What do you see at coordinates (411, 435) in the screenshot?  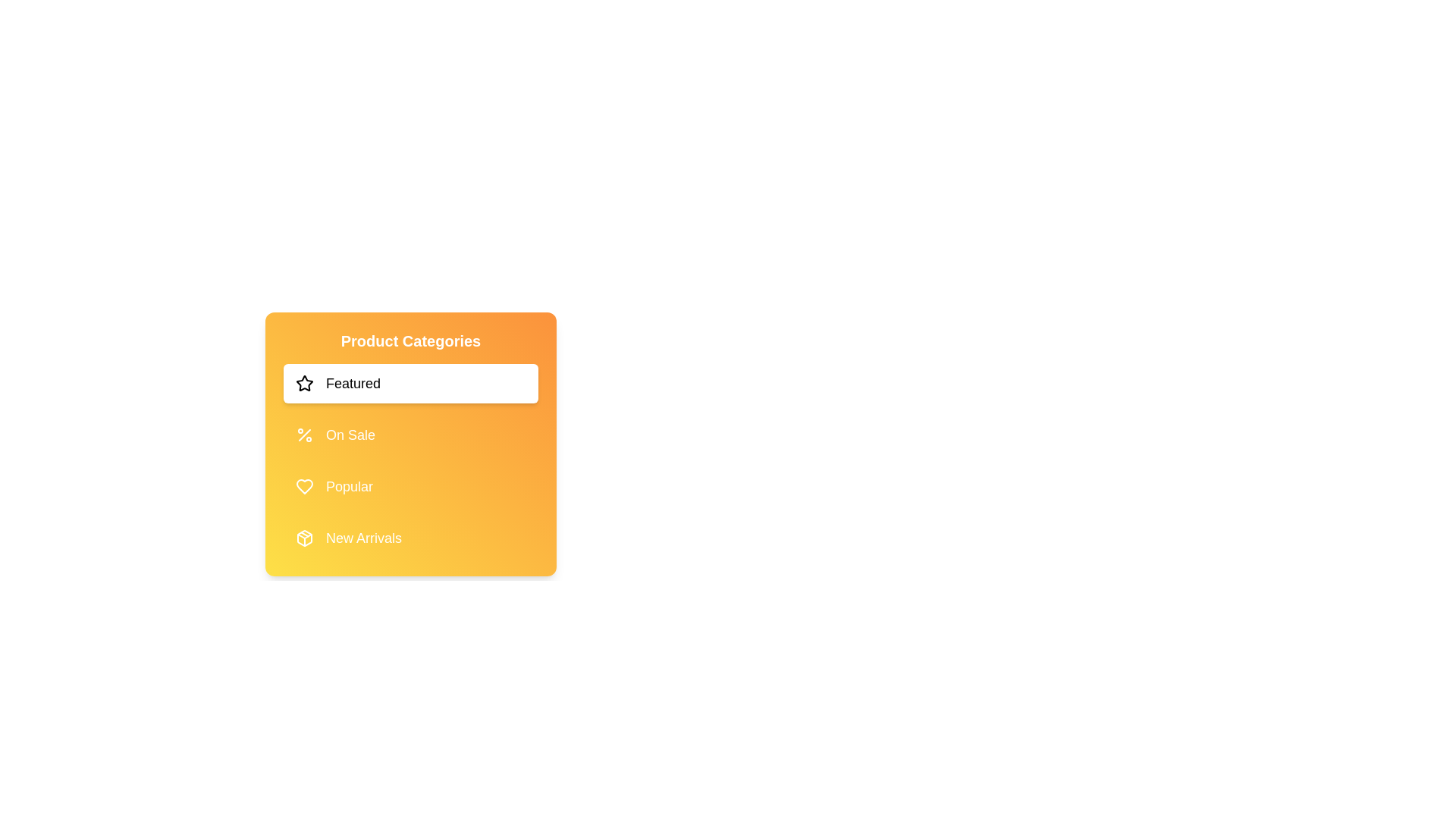 I see `the category On Sale` at bounding box center [411, 435].